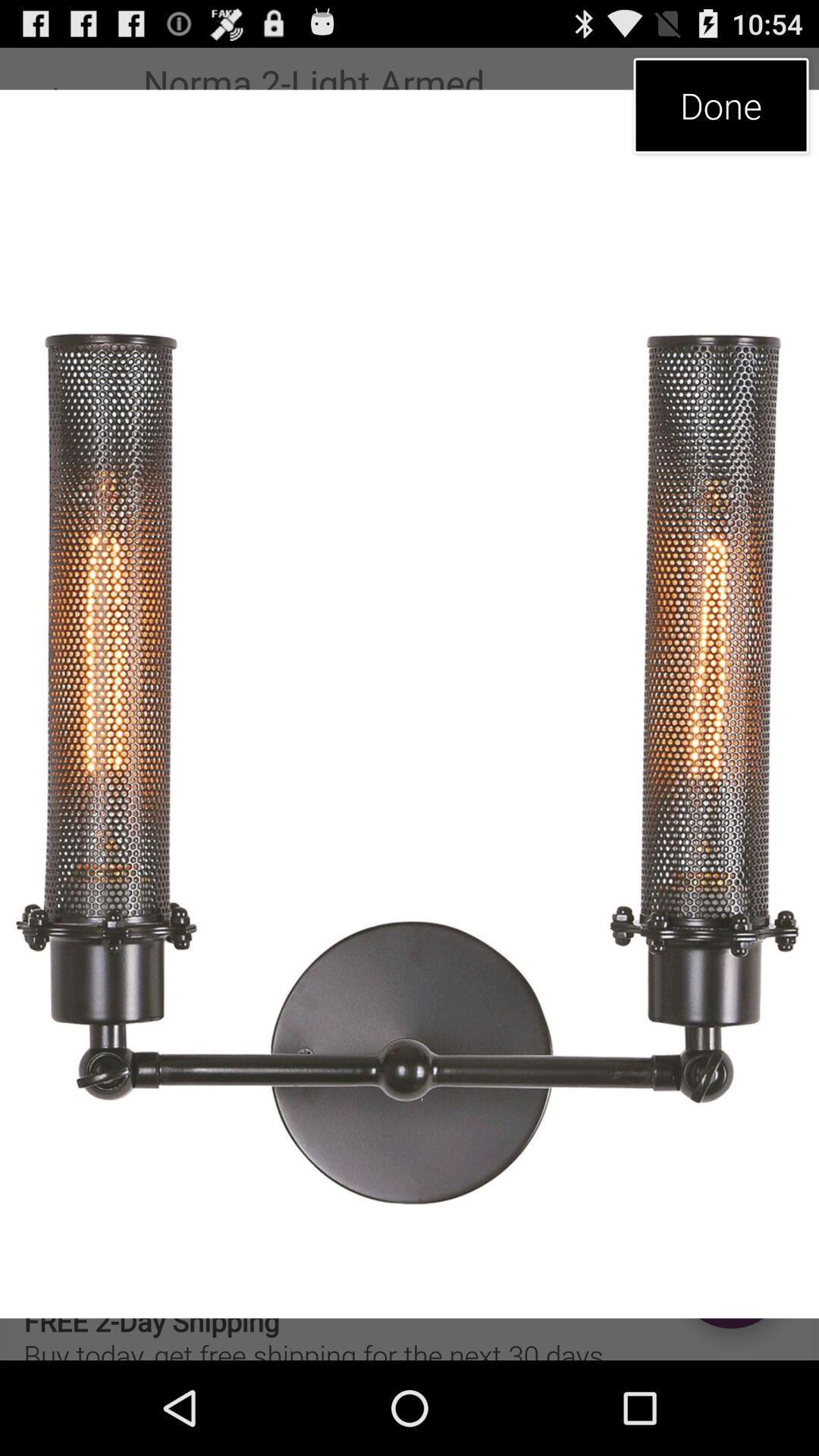 This screenshot has width=819, height=1456. I want to click on done, so click(720, 105).